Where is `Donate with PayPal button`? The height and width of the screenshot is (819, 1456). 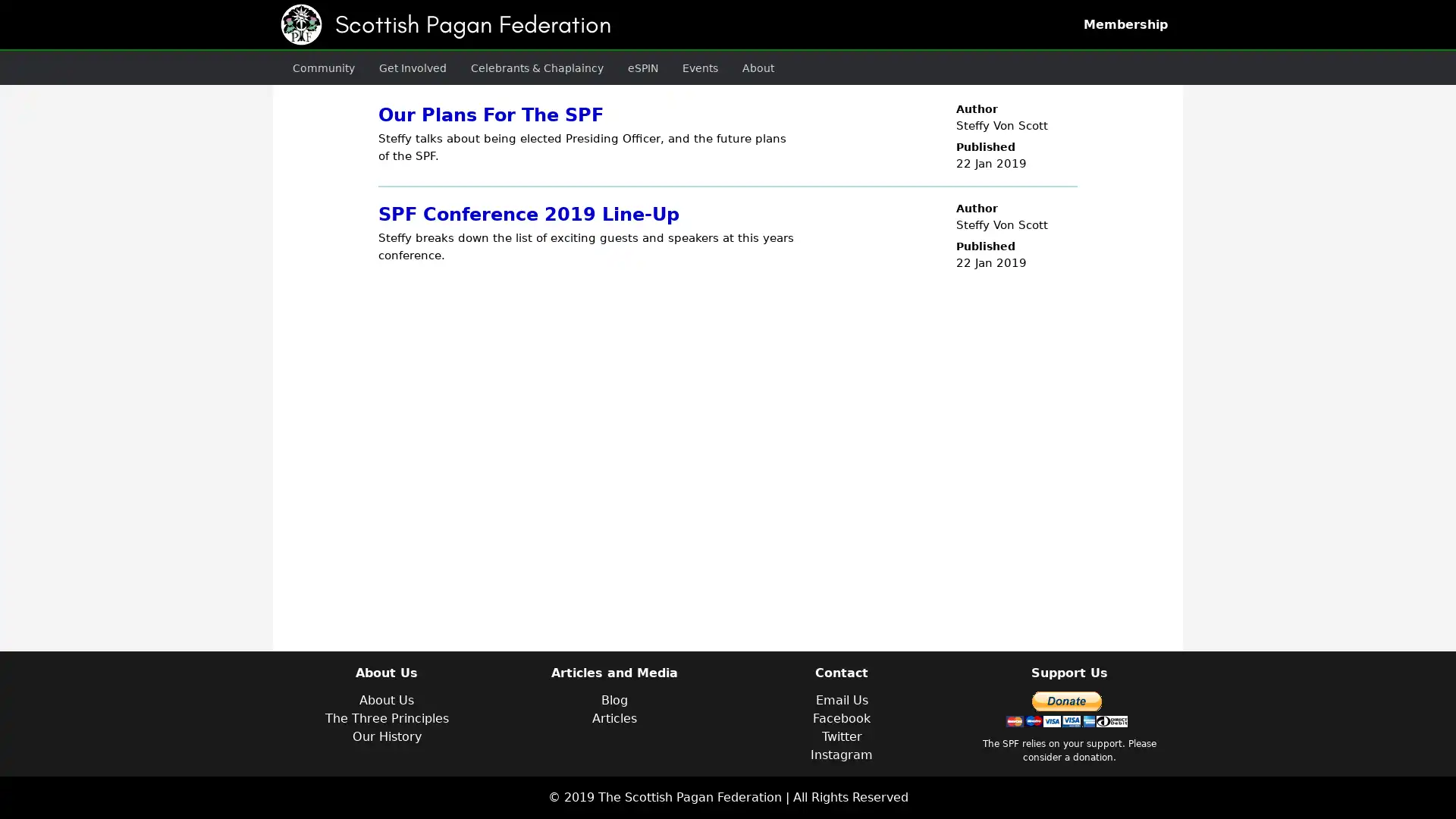 Donate with PayPal button is located at coordinates (1065, 709).